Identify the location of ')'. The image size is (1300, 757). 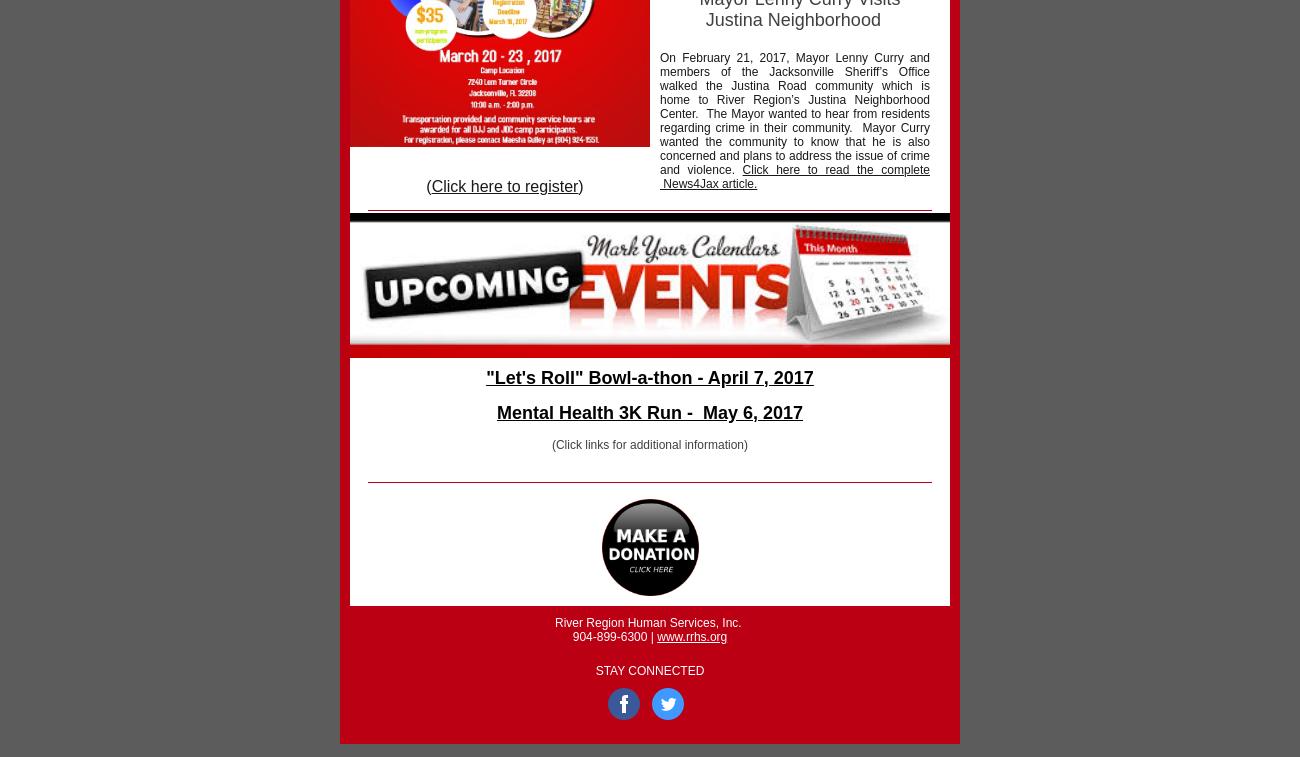
(579, 185).